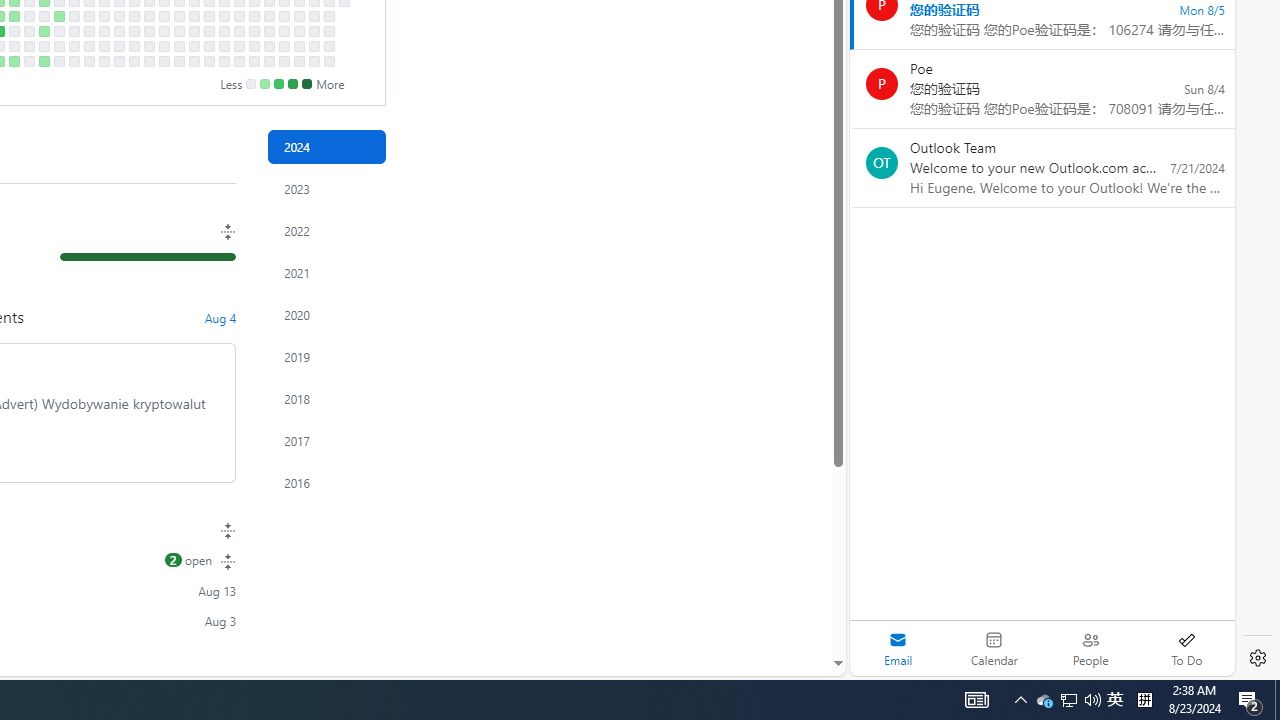 The image size is (1280, 720). What do you see at coordinates (297, 45) in the screenshot?
I see `'No contributions on December 13th.'` at bounding box center [297, 45].